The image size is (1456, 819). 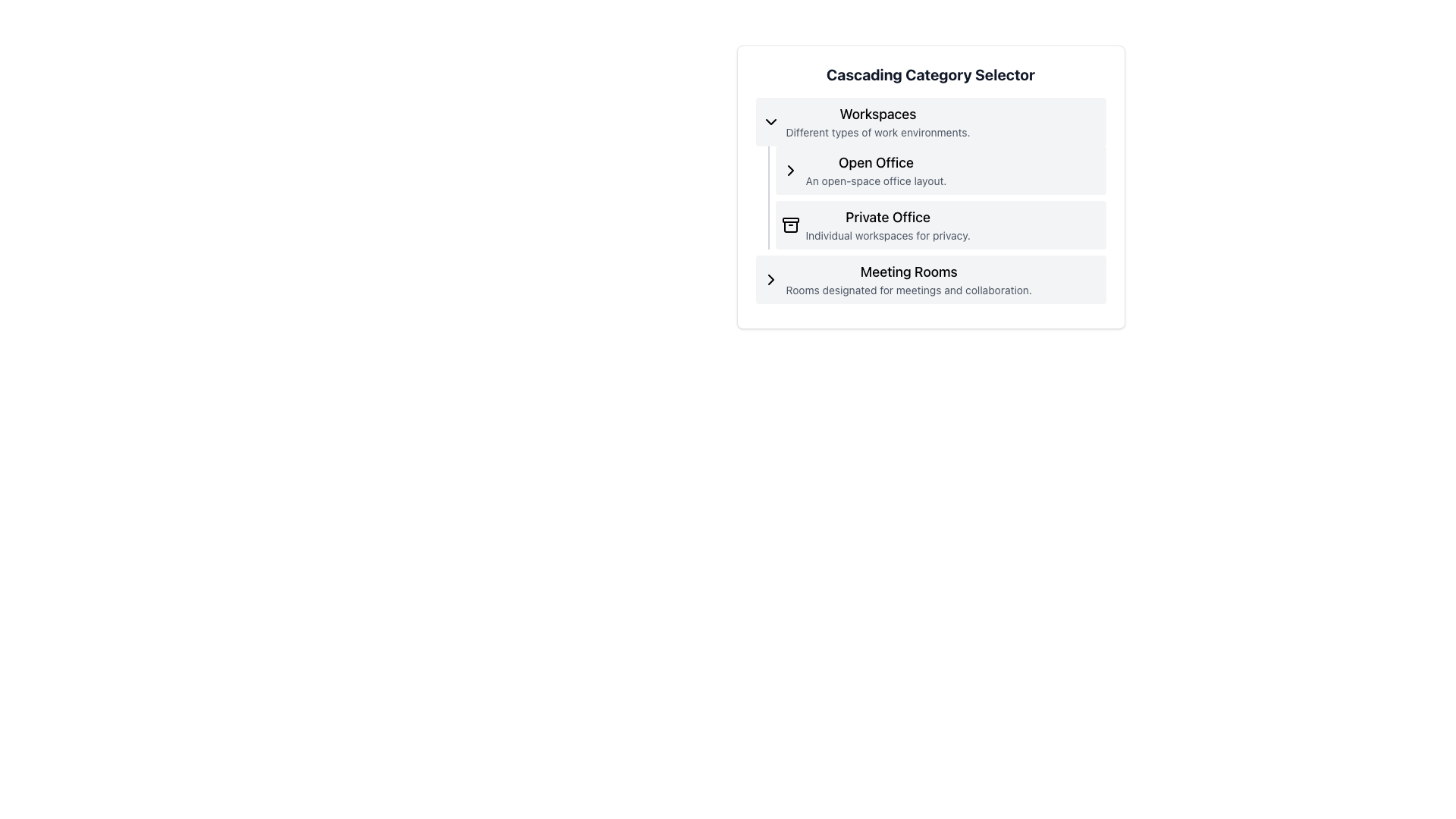 What do you see at coordinates (770, 121) in the screenshot?
I see `the Dropdown indicator icon located to the left of the 'Workspaces' text` at bounding box center [770, 121].